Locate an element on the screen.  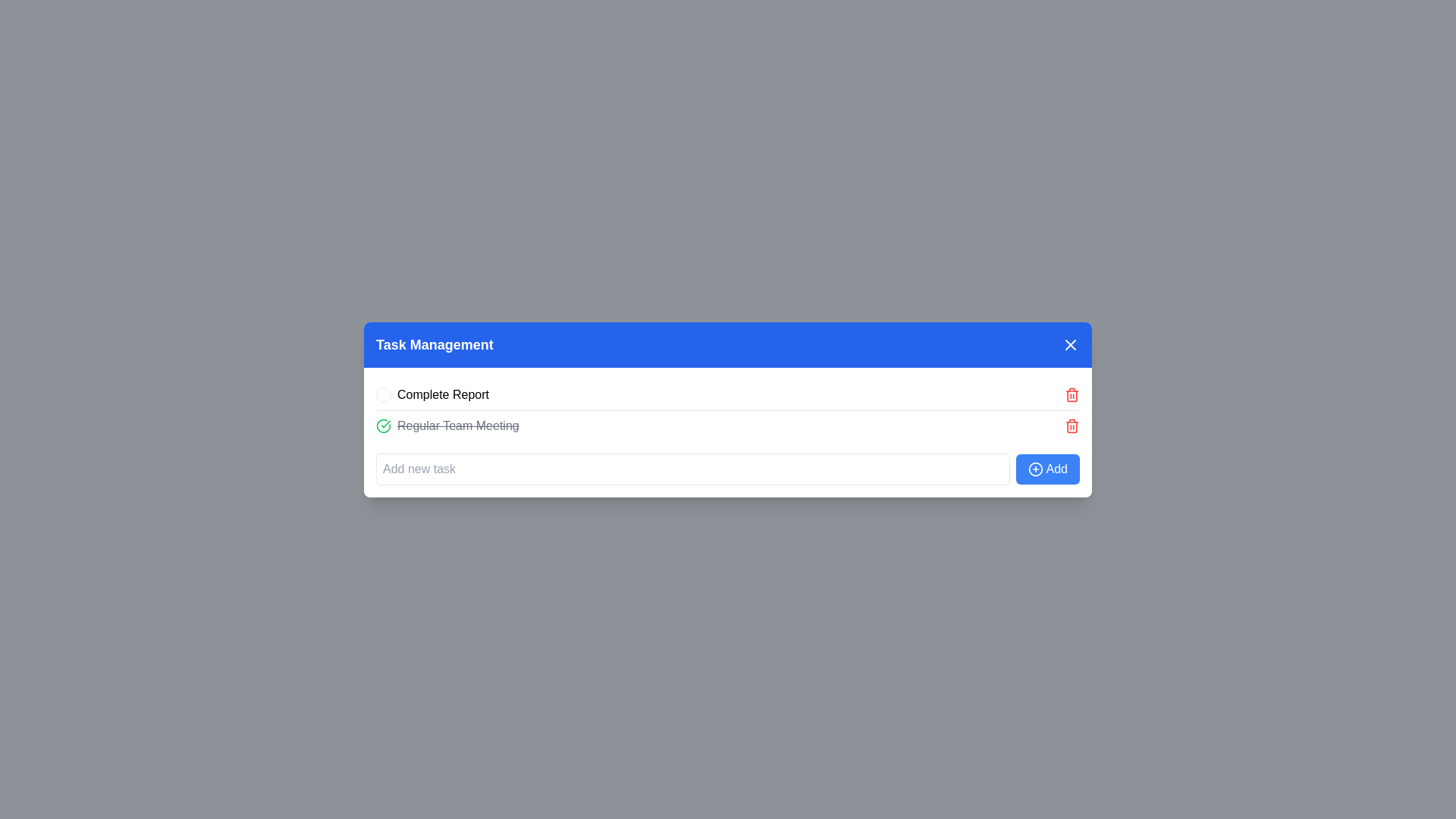
the task entry label for 'Complete Report' is located at coordinates (431, 394).